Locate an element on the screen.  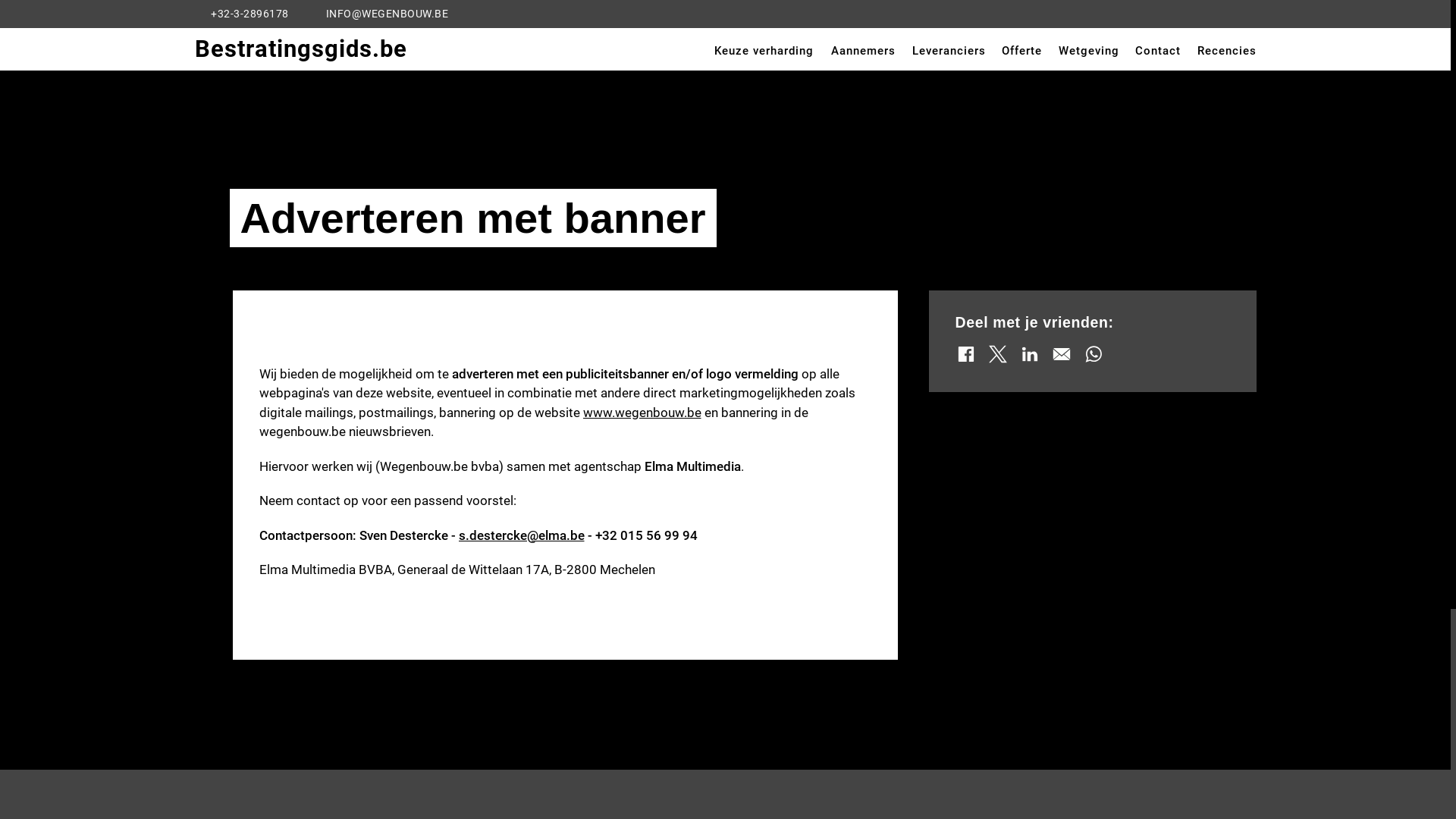
'www.wegenbouw.be' is located at coordinates (582, 413).